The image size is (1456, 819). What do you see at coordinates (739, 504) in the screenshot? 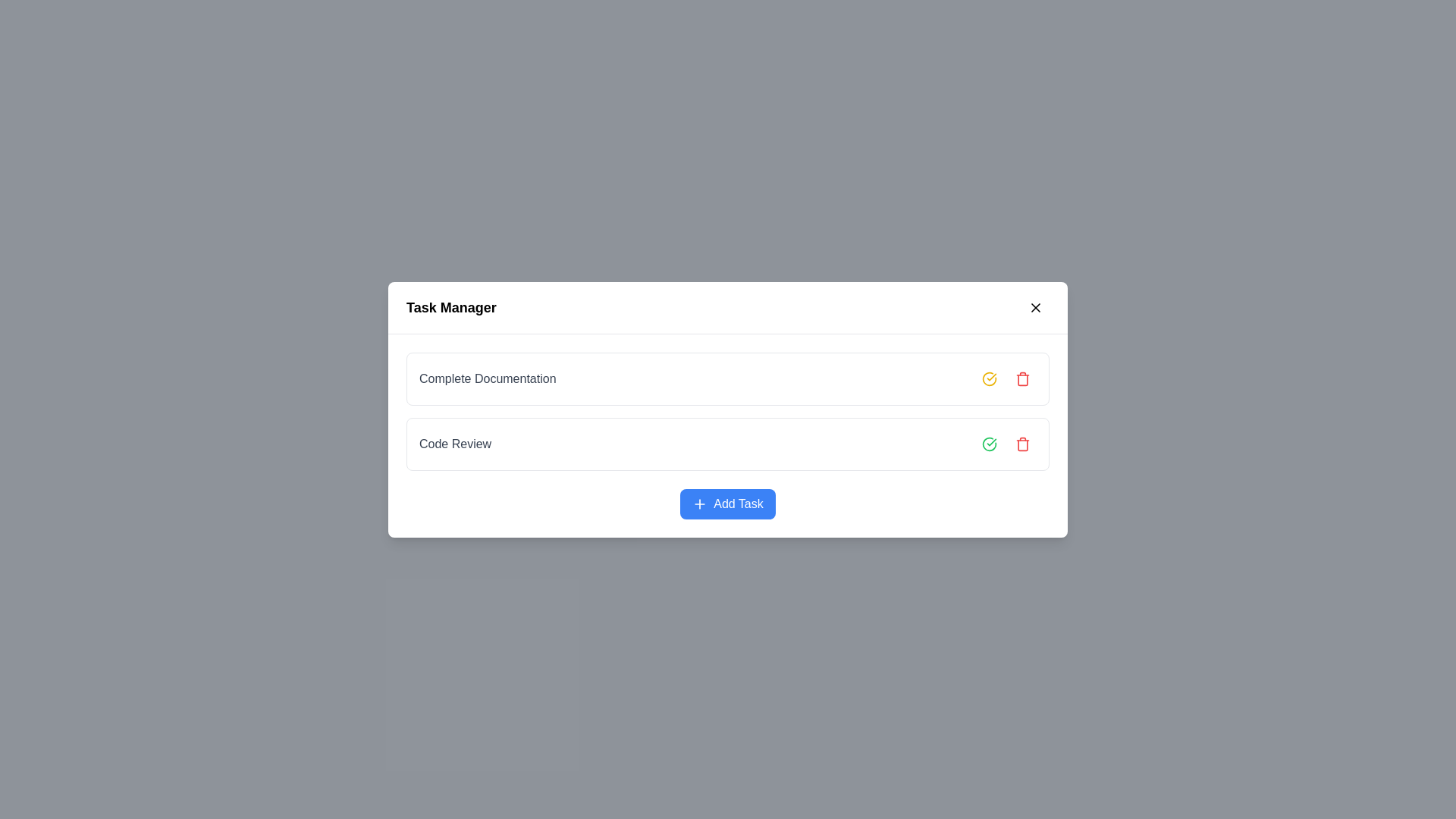
I see `the 'Add Task' text label which is part of a blue button with a '+' icon` at bounding box center [739, 504].